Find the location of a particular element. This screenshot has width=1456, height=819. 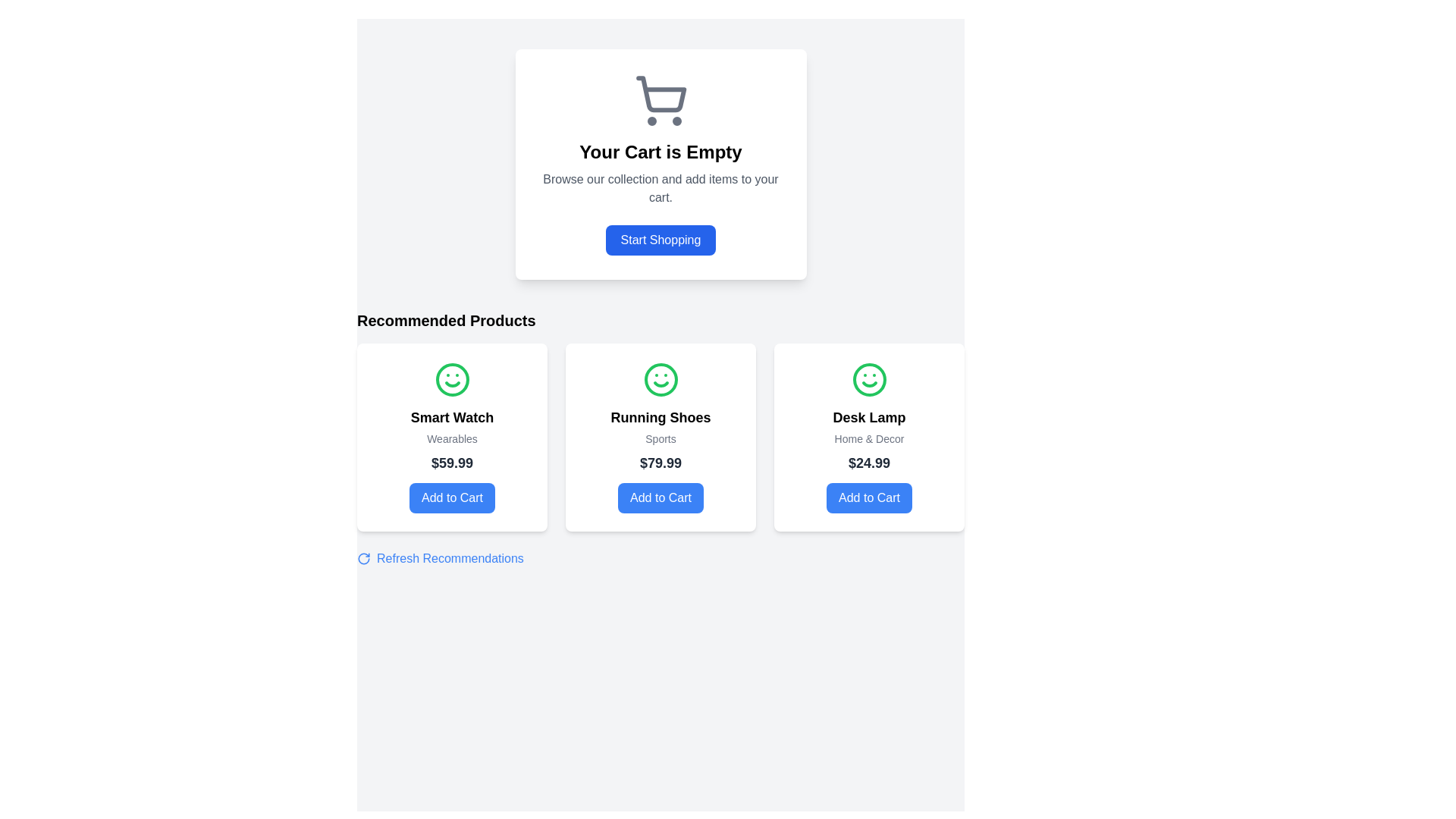

text label that says 'Browse our collection and add items to your cart.' which is located below the 'Your Cart is Empty' title and above the 'Start Shopping' button is located at coordinates (661, 188).